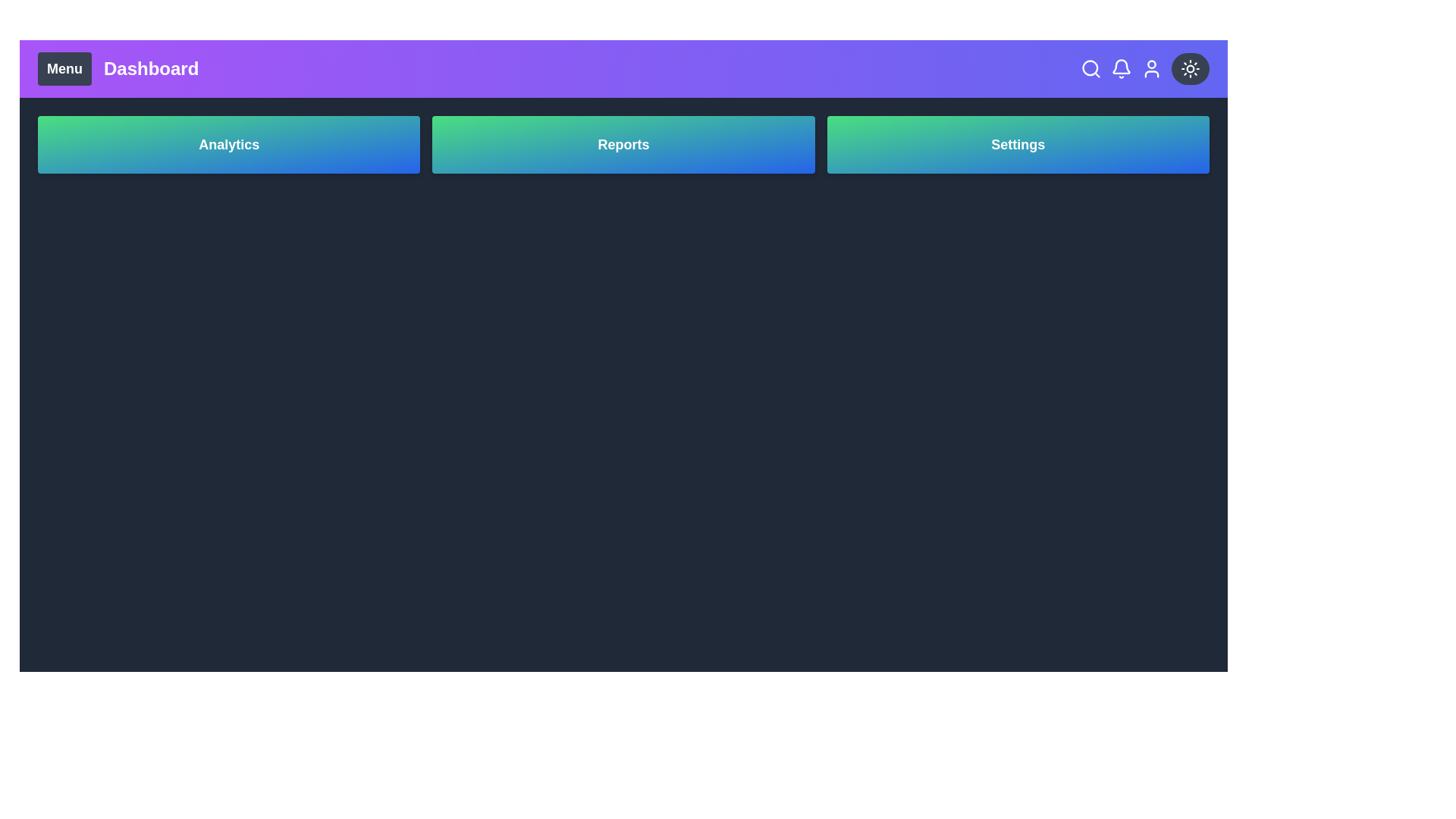 The image size is (1456, 819). Describe the element at coordinates (1018, 145) in the screenshot. I see `the 'Settings' card to navigate to the Settings section` at that location.